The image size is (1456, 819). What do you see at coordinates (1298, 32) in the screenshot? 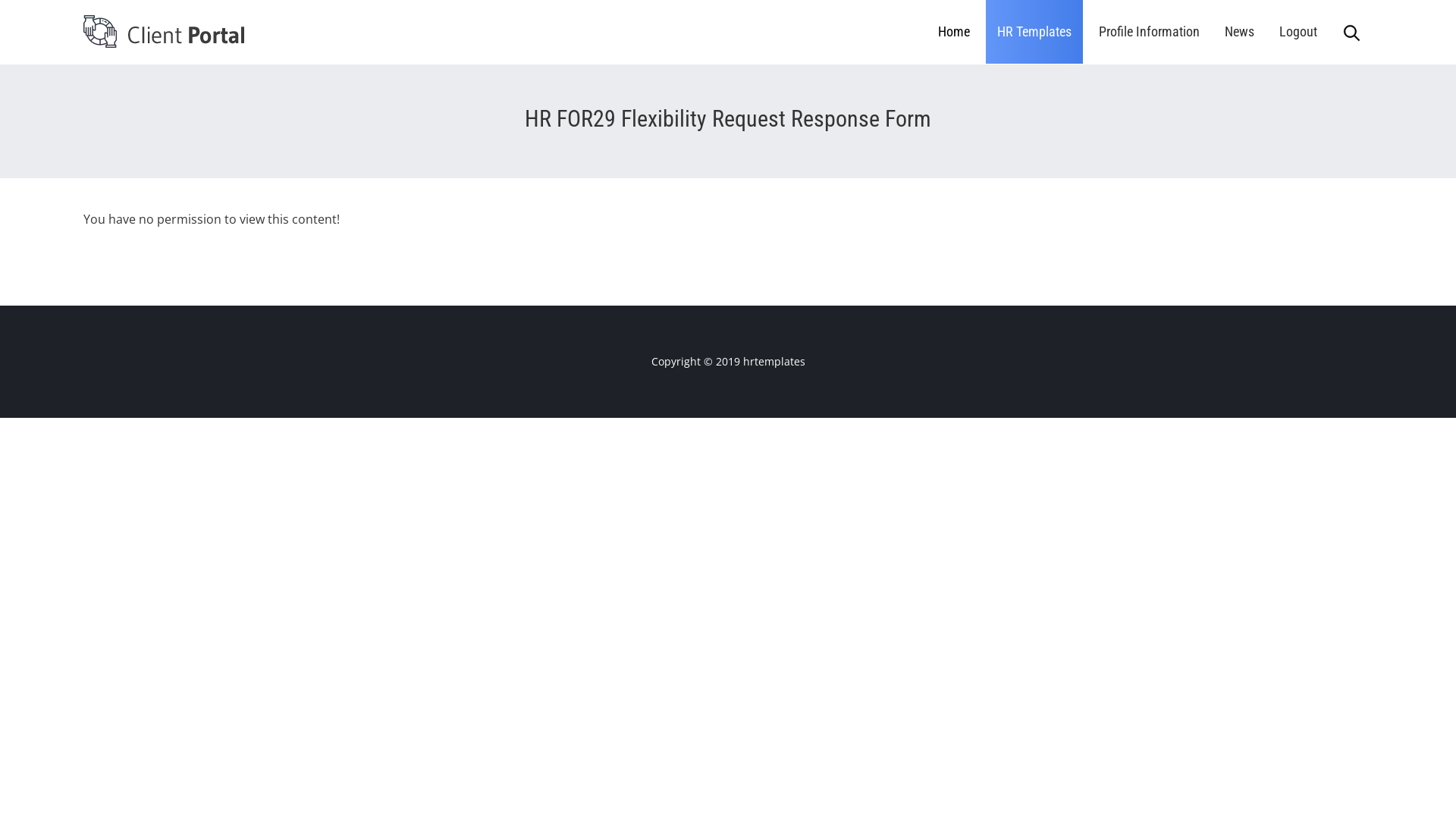
I see `'Logout'` at bounding box center [1298, 32].